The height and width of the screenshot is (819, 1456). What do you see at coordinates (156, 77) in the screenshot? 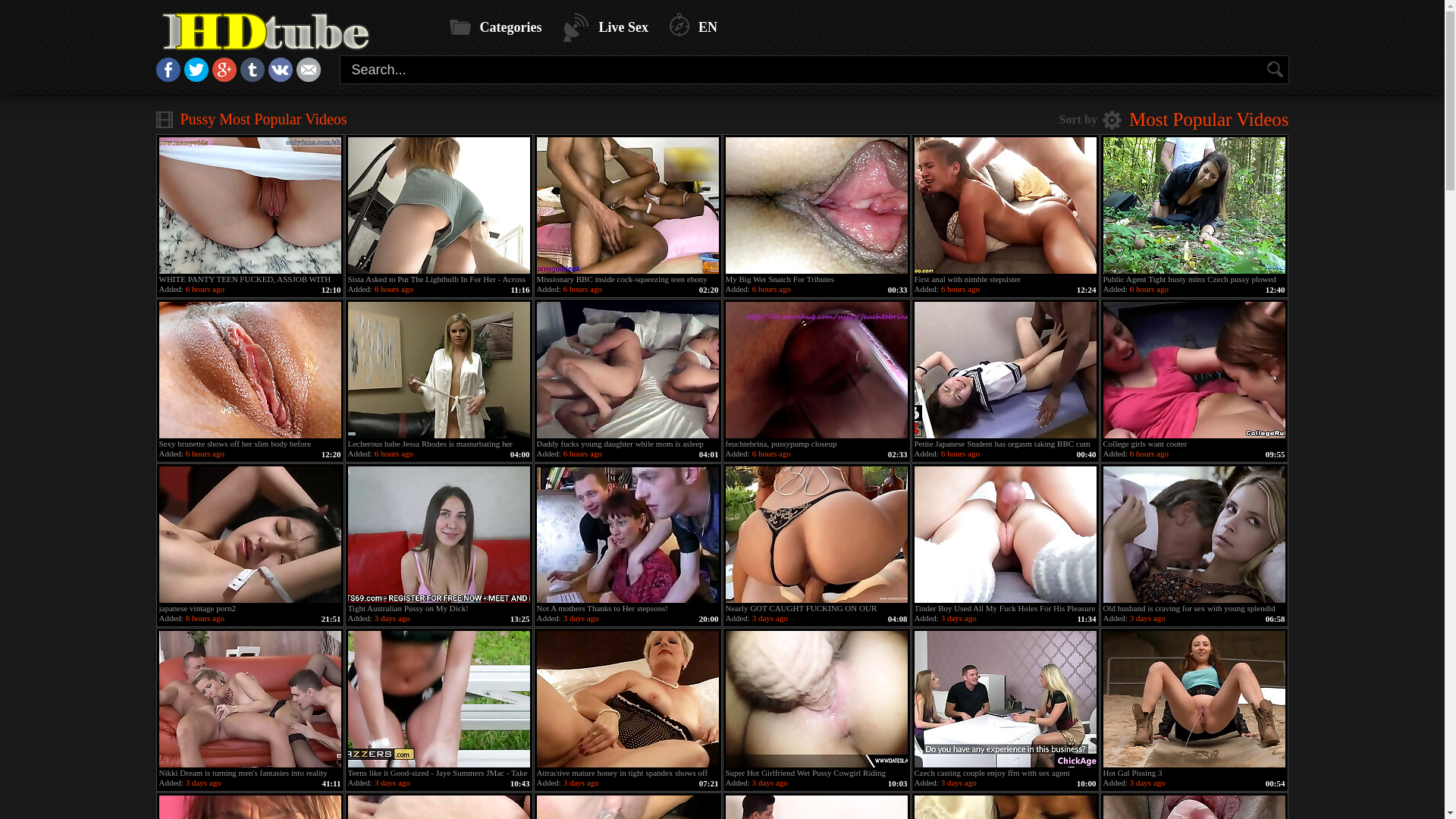
I see `'Share on Facebook'` at bounding box center [156, 77].